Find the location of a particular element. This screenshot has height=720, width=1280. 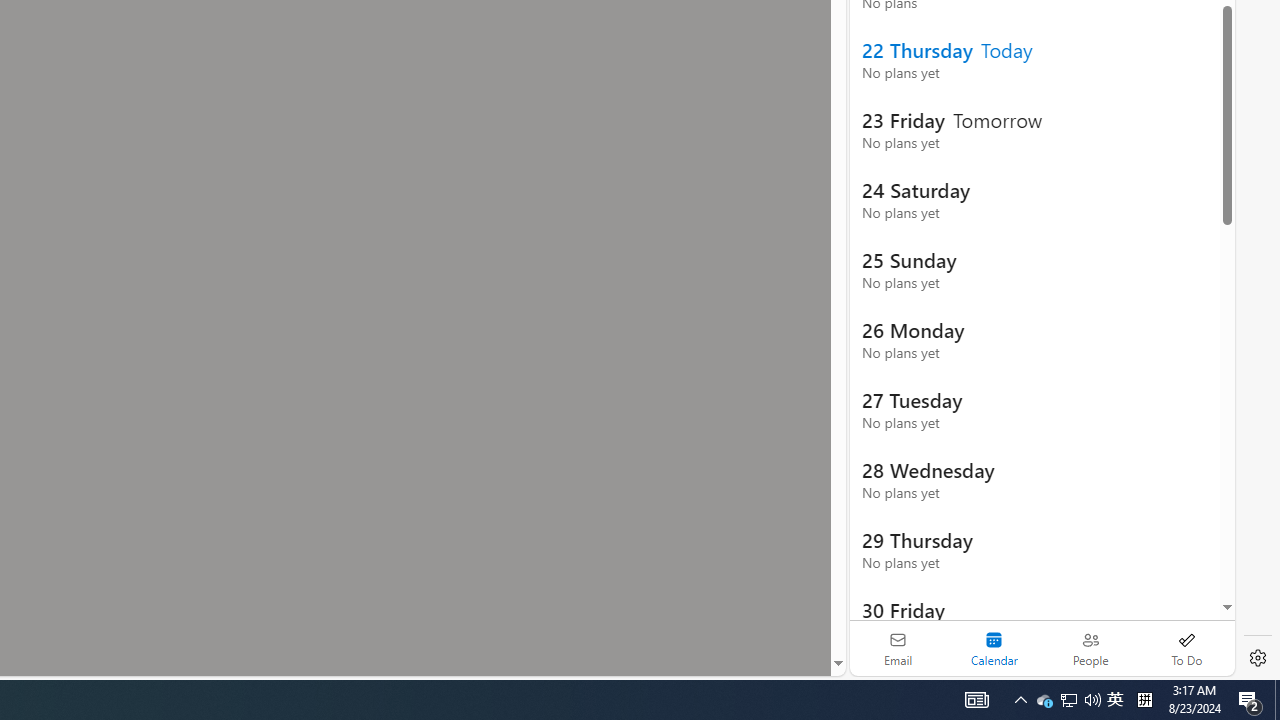

'People' is located at coordinates (1089, 648).